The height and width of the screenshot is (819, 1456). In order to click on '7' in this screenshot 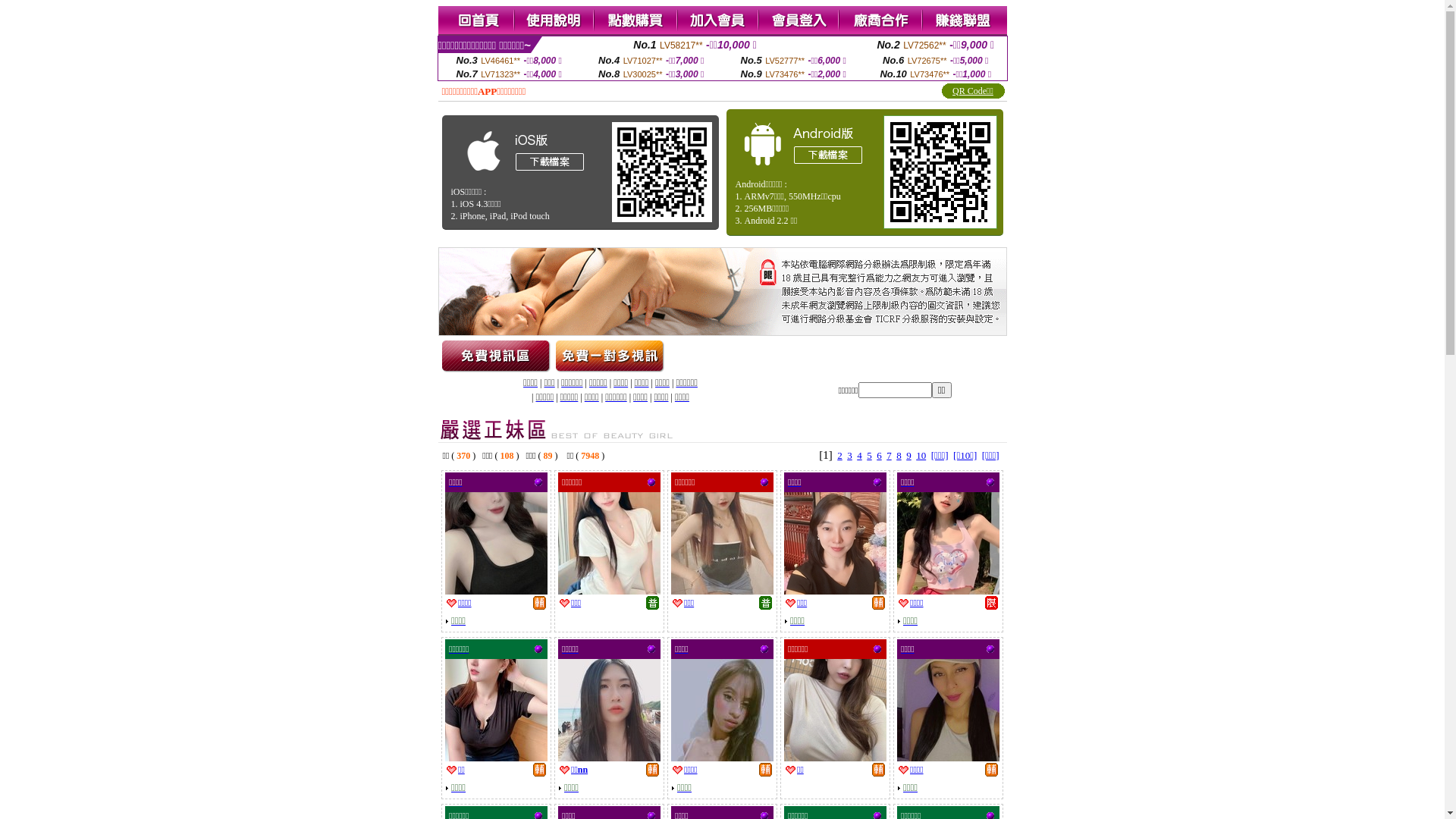, I will do `click(886, 454)`.